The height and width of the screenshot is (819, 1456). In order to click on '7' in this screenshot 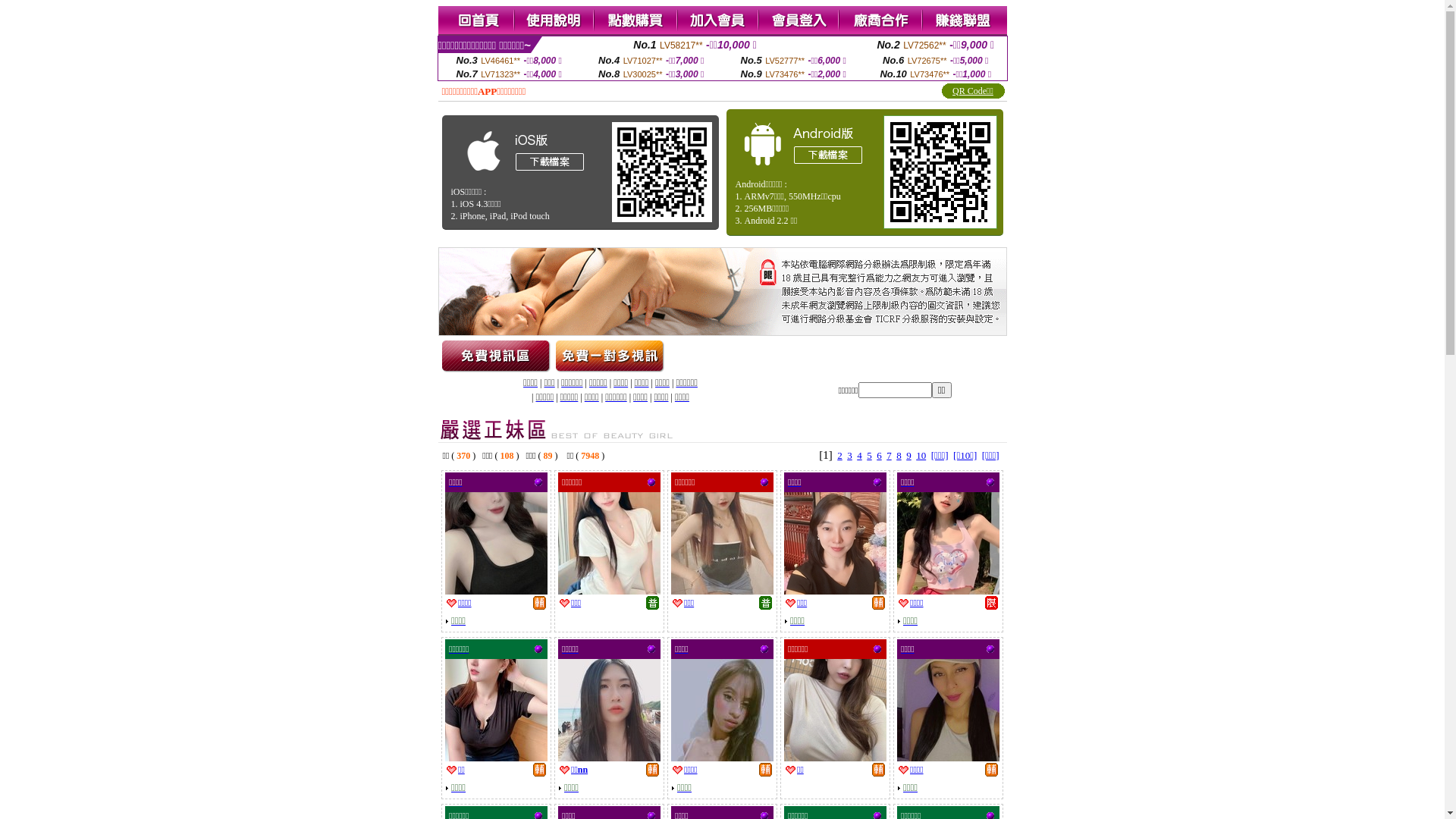, I will do `click(886, 454)`.